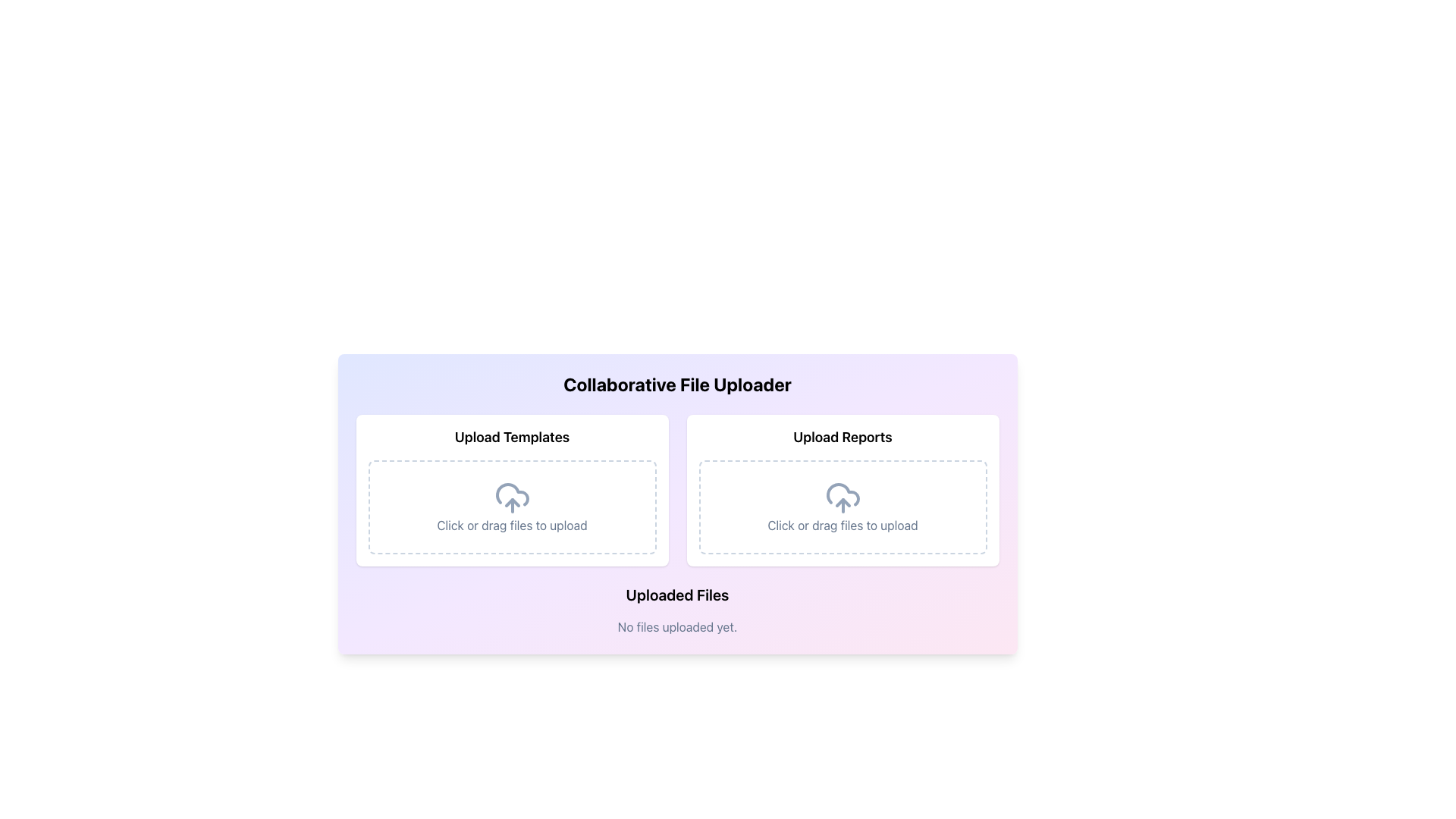  I want to click on the cloud icon representing the action of sending files in the 'Upload Templates' section, so click(512, 503).